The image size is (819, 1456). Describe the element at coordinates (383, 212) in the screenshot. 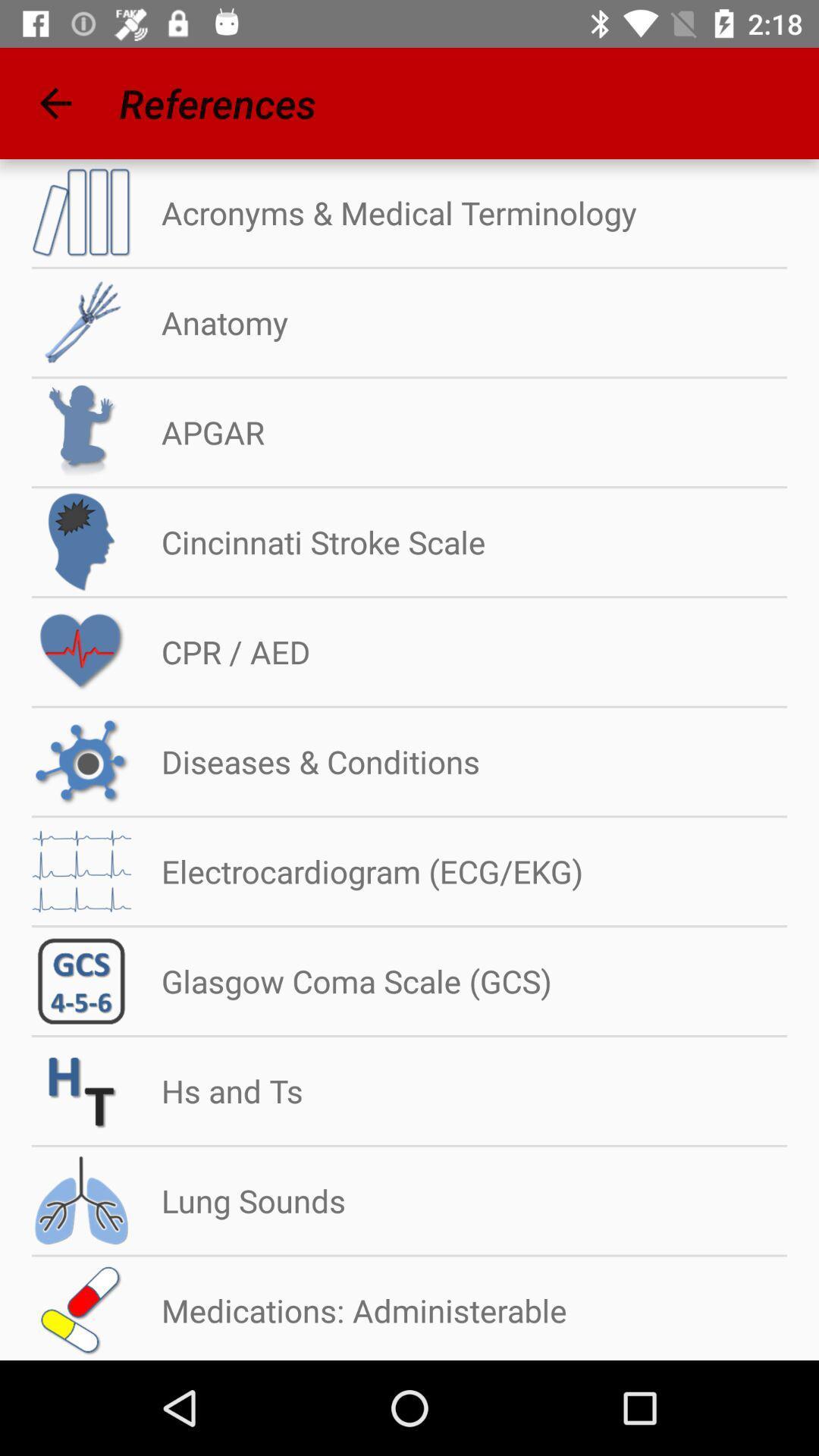

I see `the item below the references icon` at that location.